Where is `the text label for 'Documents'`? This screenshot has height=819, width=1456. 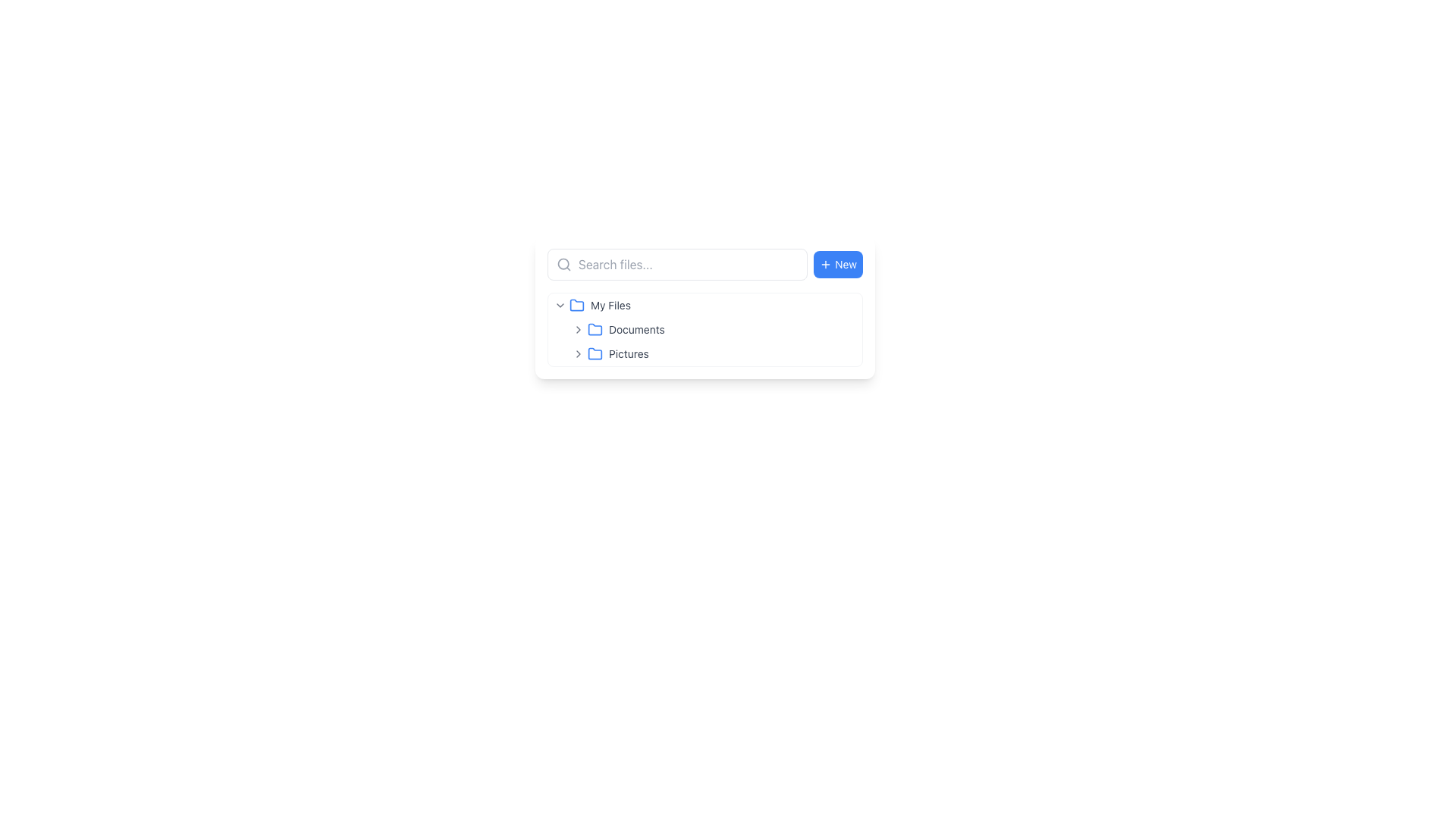 the text label for 'Documents' is located at coordinates (636, 329).